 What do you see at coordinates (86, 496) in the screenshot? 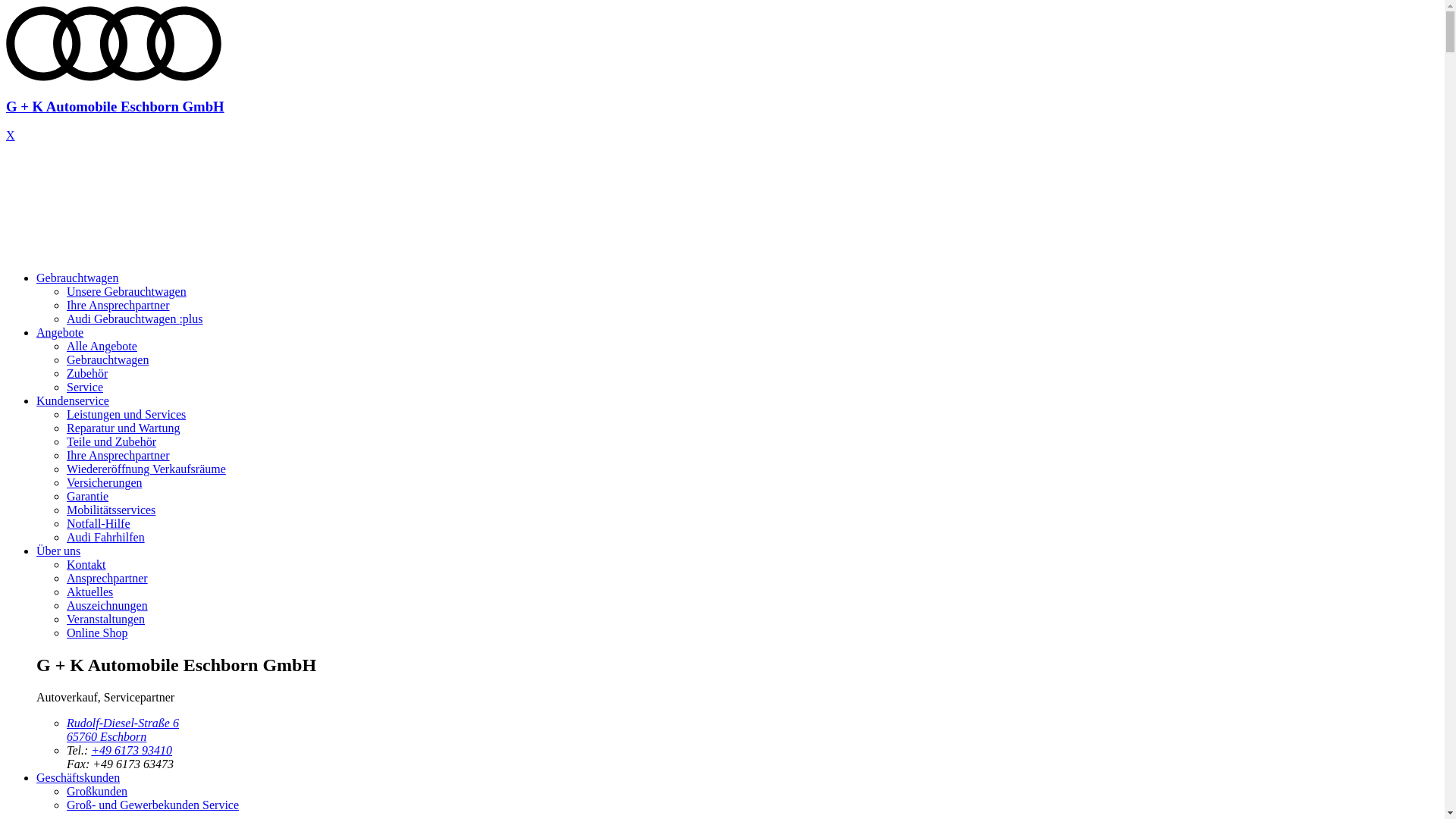
I see `'Garantie'` at bounding box center [86, 496].